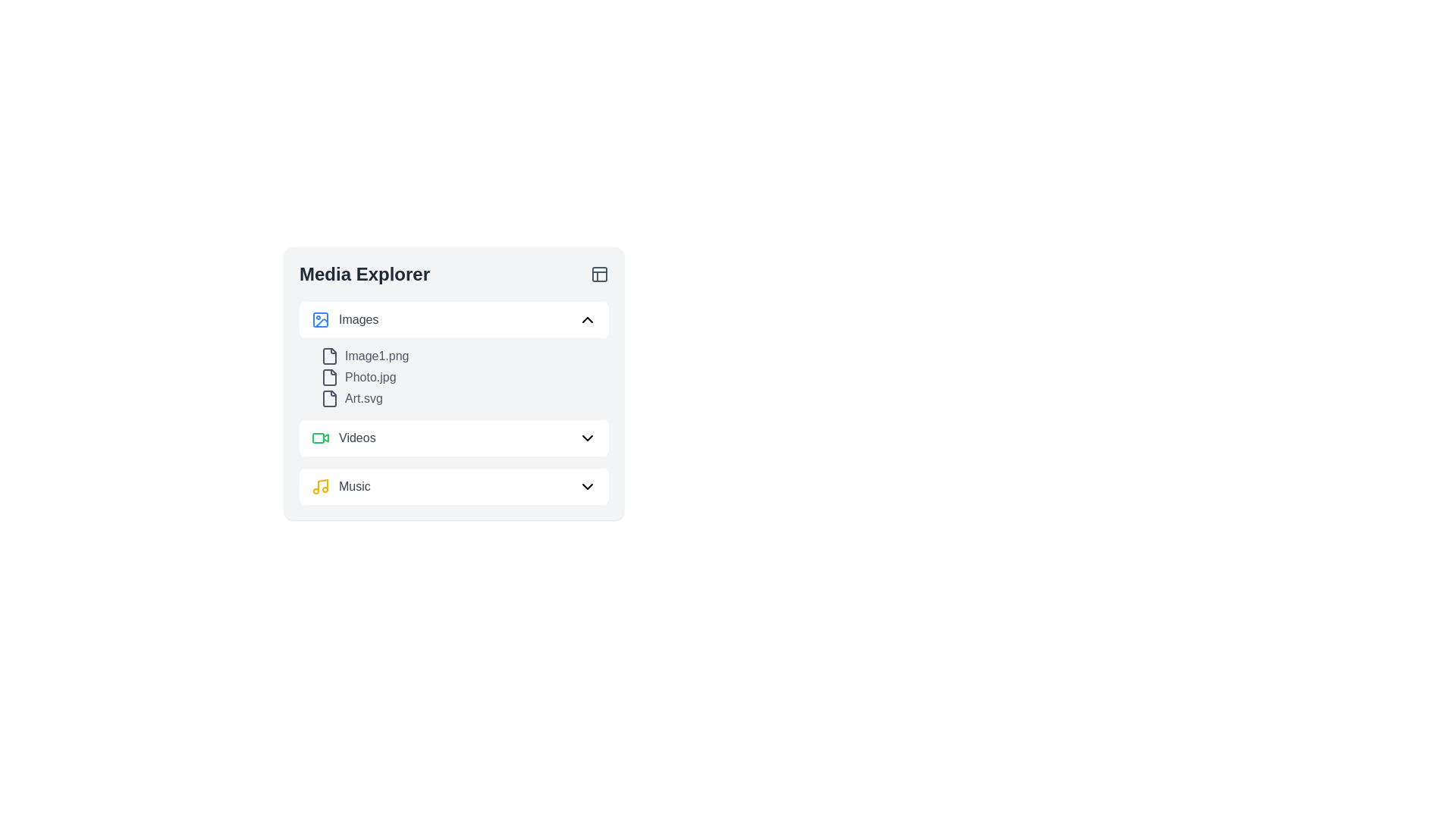  Describe the element at coordinates (464, 376) in the screenshot. I see `the File entry labeled 'Photo.jpg' which is the second item in the 'Images' category list` at that location.